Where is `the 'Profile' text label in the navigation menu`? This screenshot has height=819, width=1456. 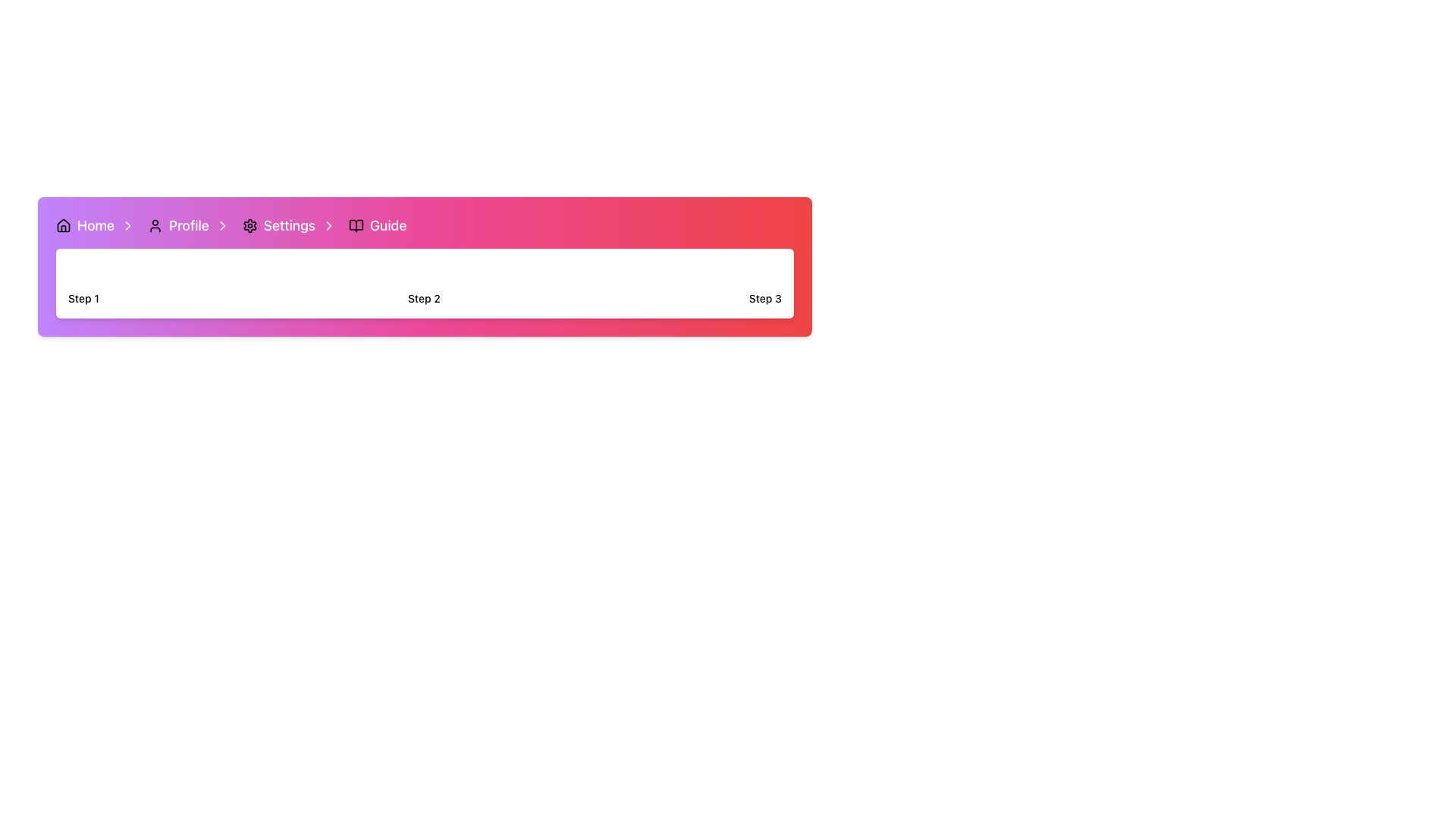
the 'Profile' text label in the navigation menu is located at coordinates (188, 225).